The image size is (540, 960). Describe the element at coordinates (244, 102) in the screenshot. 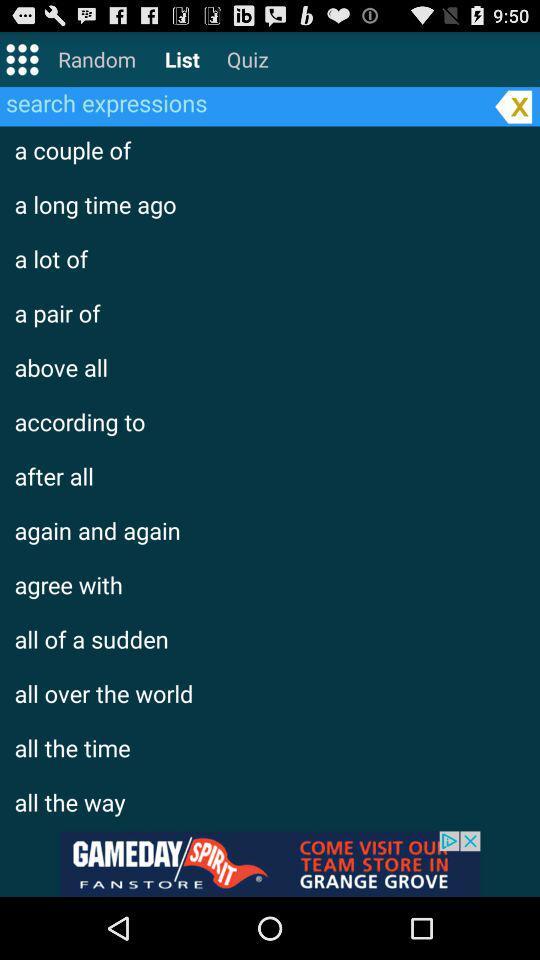

I see `word search option` at that location.